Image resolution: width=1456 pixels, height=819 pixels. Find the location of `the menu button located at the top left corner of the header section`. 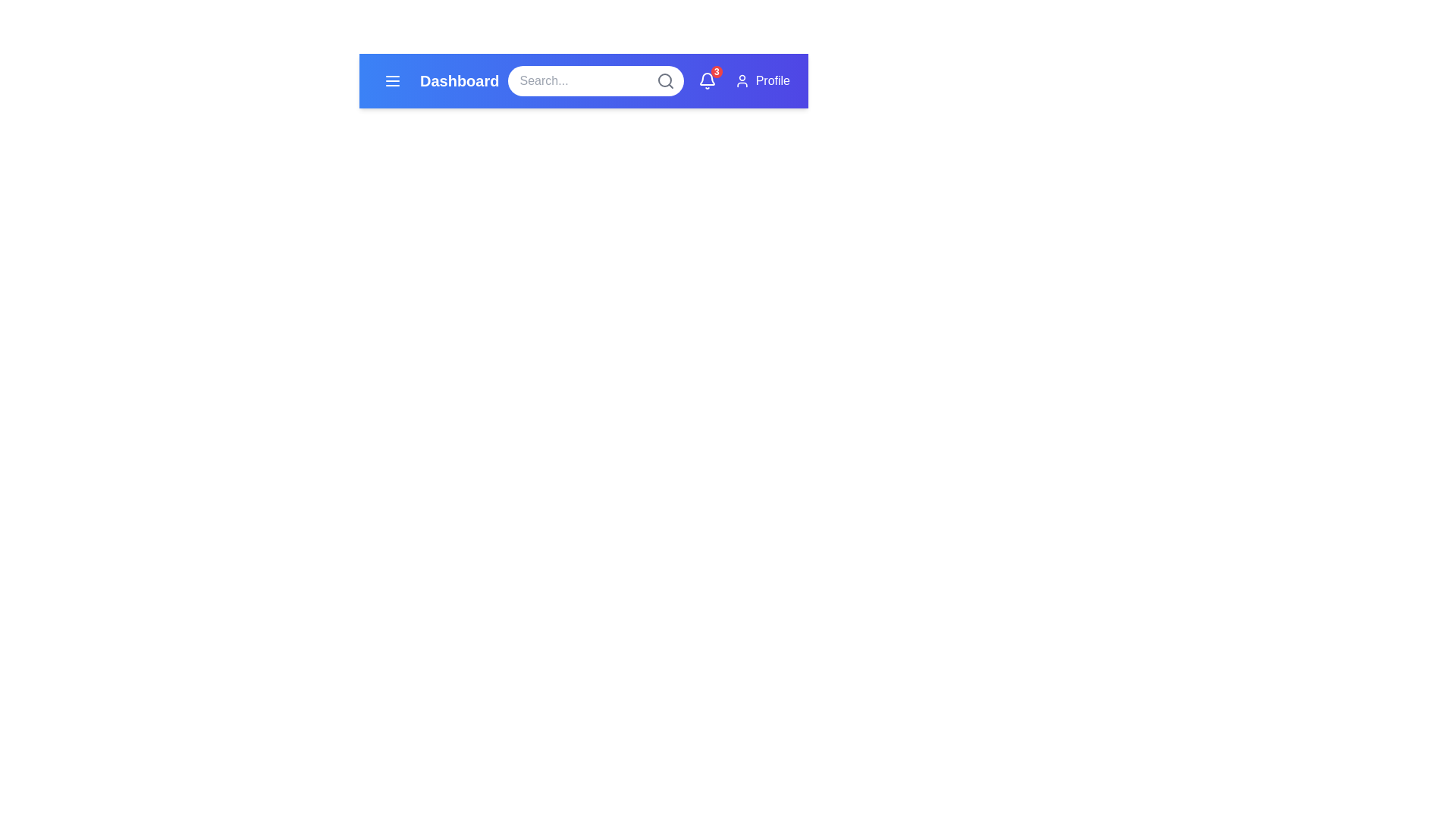

the menu button located at the top left corner of the header section is located at coordinates (393, 81).